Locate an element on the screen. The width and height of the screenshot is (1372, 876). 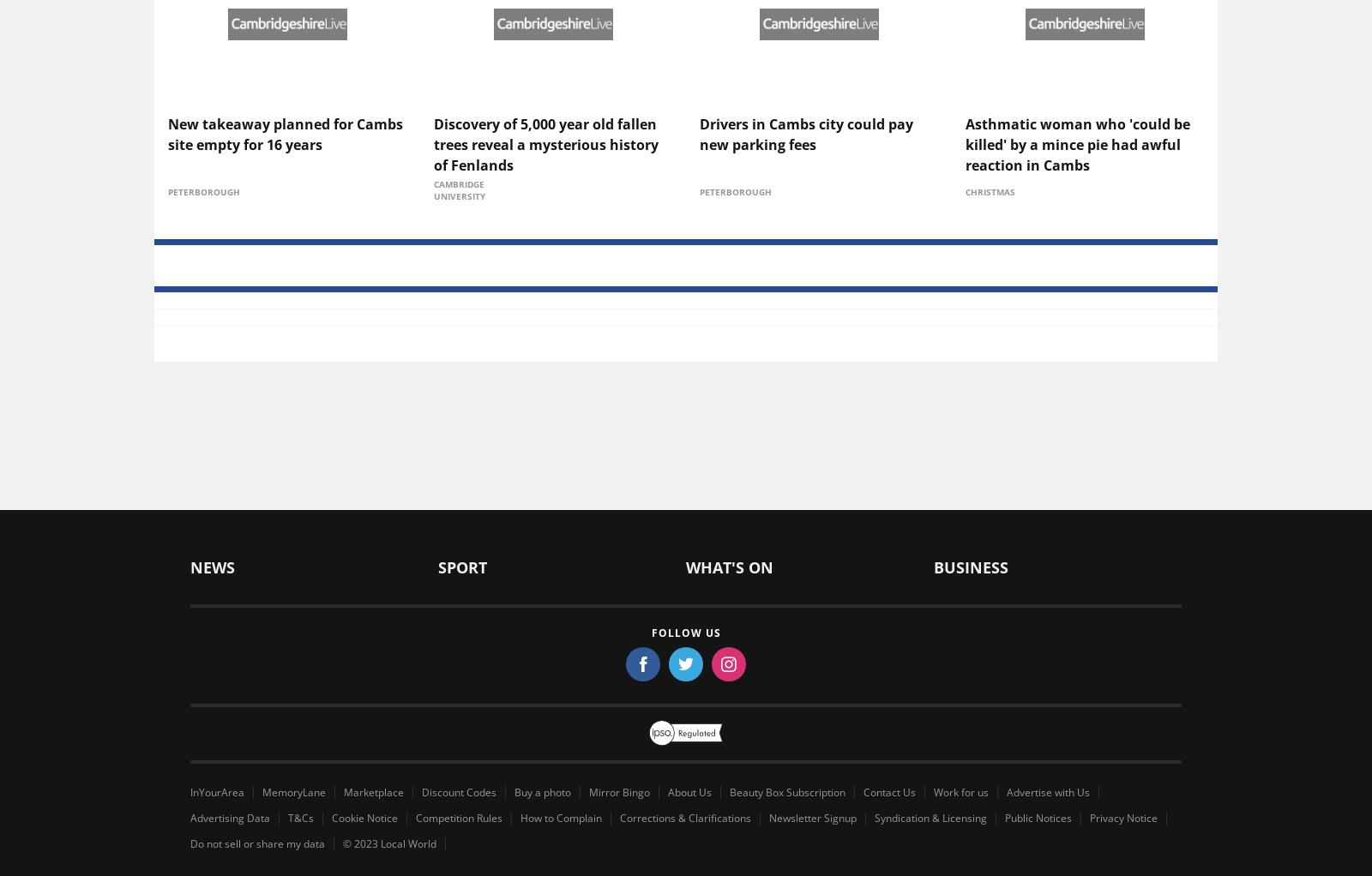
'News' is located at coordinates (210, 84).